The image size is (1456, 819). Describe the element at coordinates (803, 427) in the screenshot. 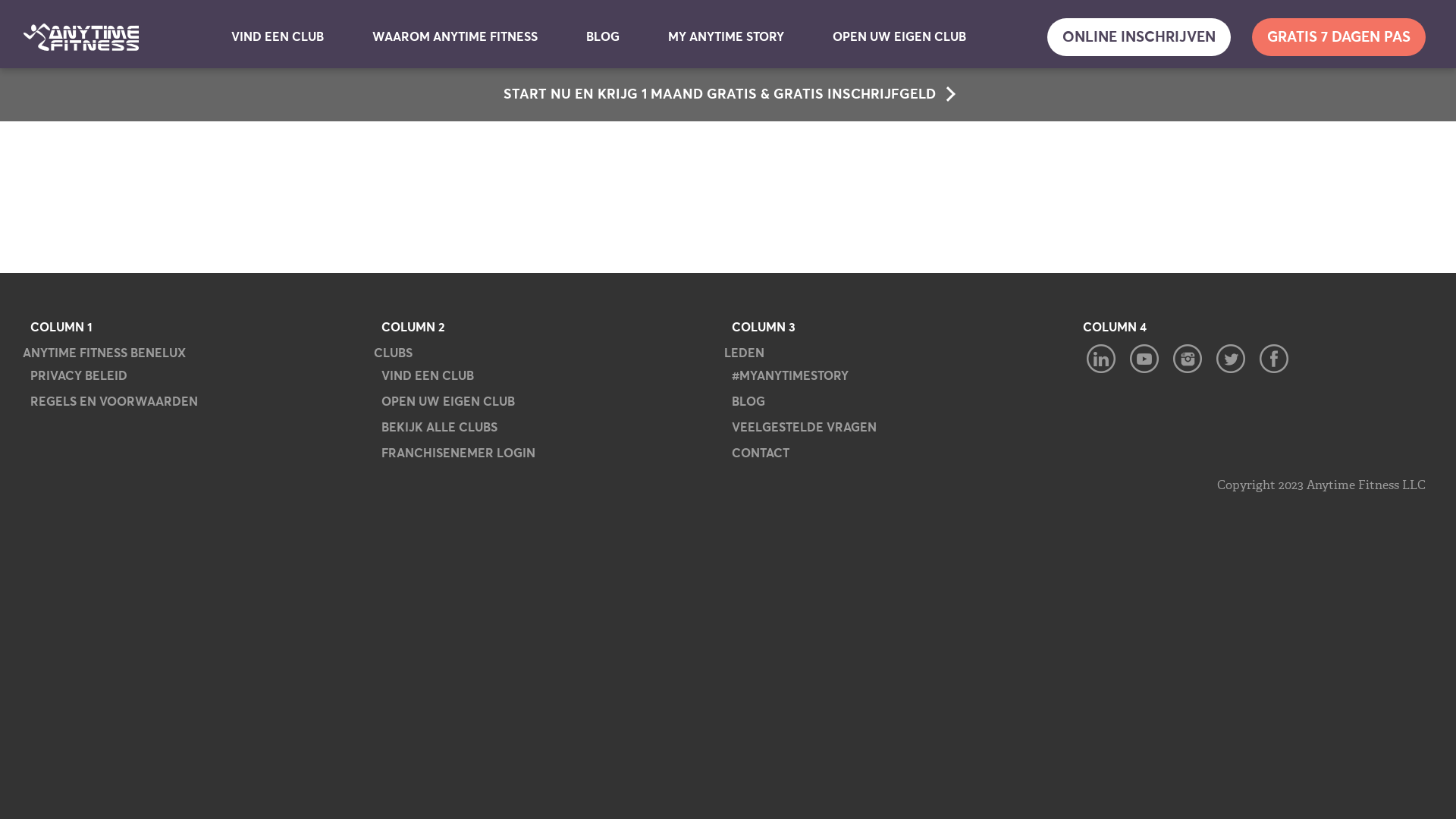

I see `'VEELGESTELDE VRAGEN'` at that location.